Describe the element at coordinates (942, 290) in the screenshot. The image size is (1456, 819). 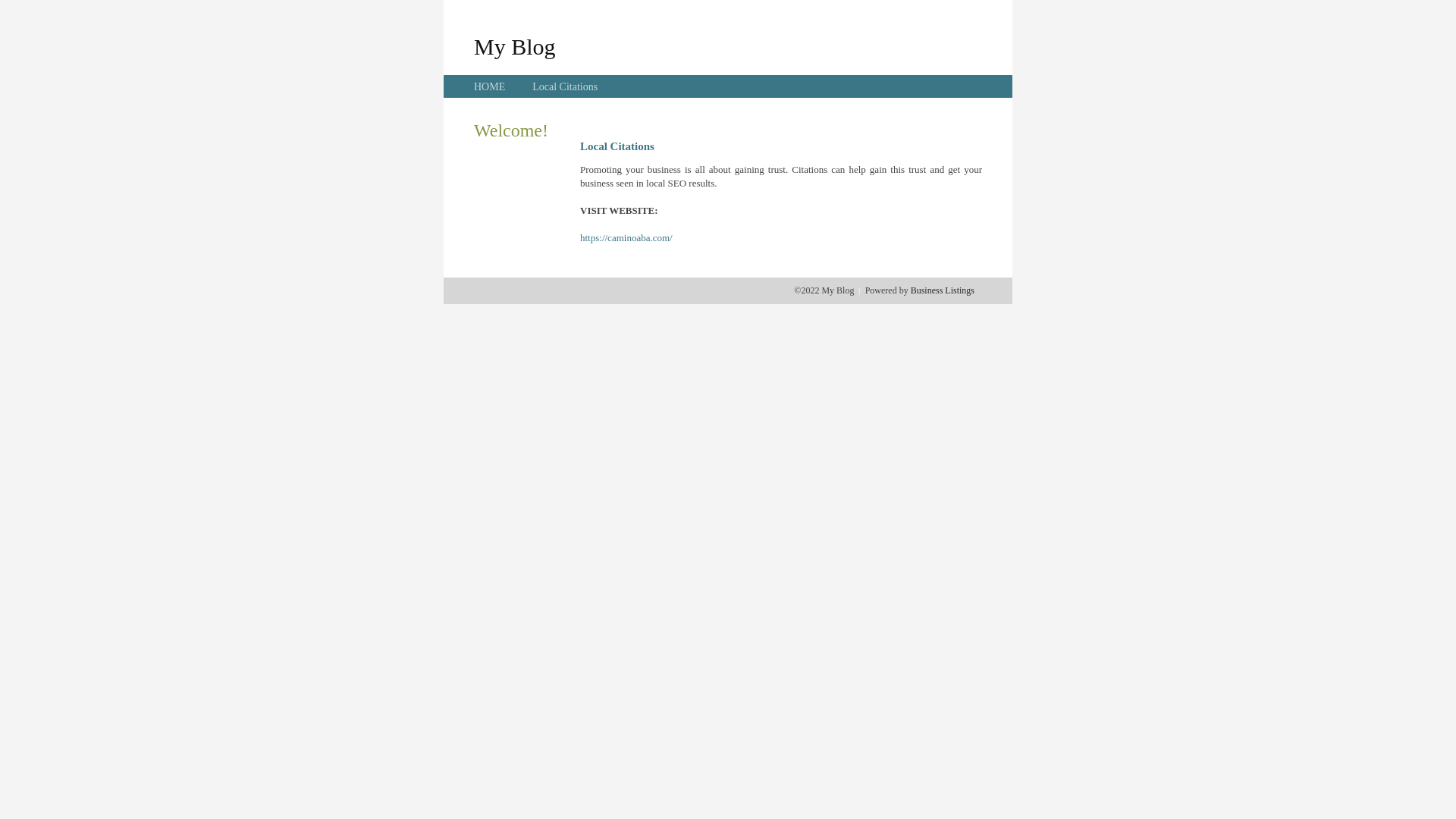
I see `'Business Listings'` at that location.